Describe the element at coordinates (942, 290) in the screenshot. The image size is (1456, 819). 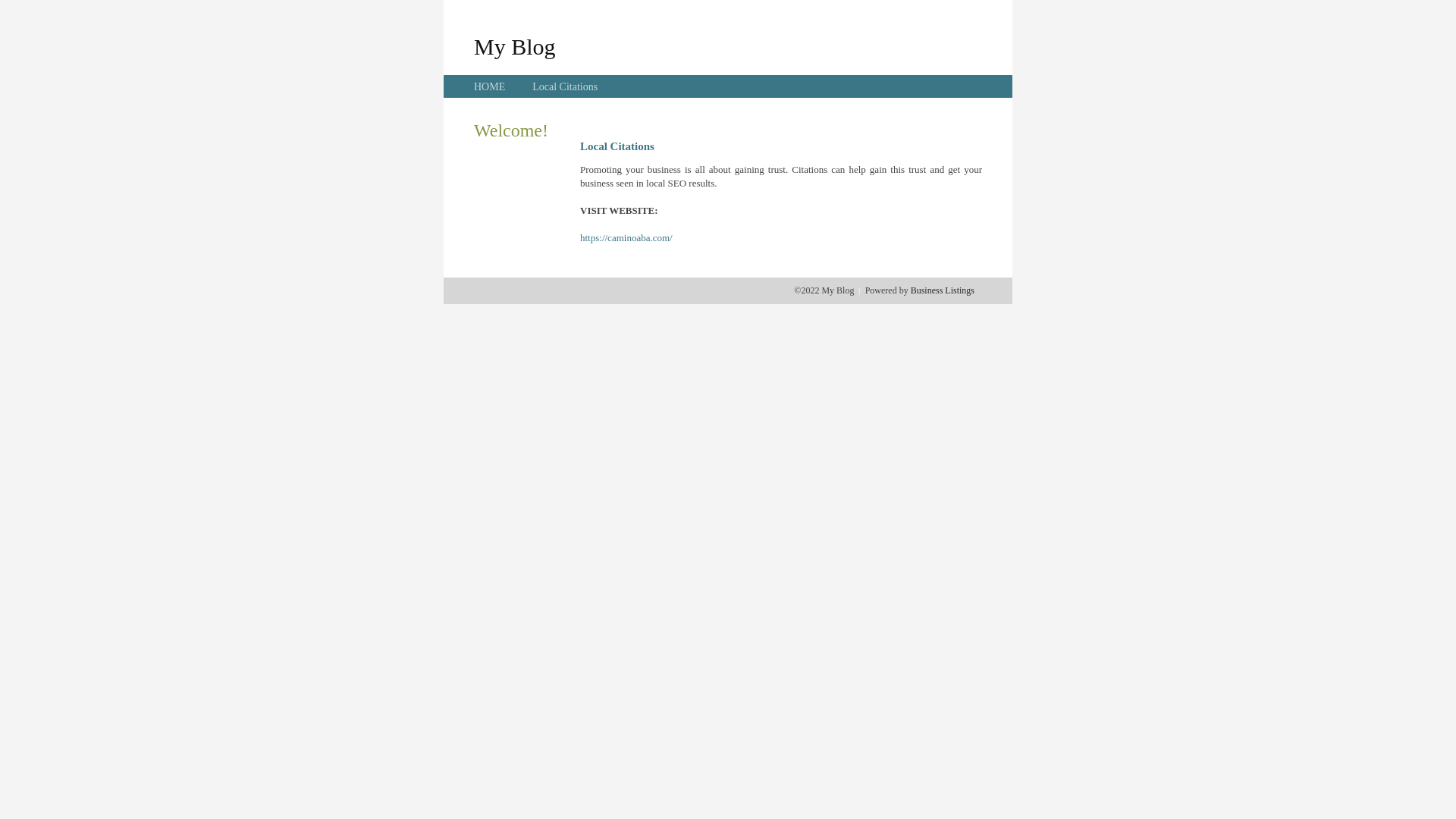
I see `'Business Listings'` at that location.